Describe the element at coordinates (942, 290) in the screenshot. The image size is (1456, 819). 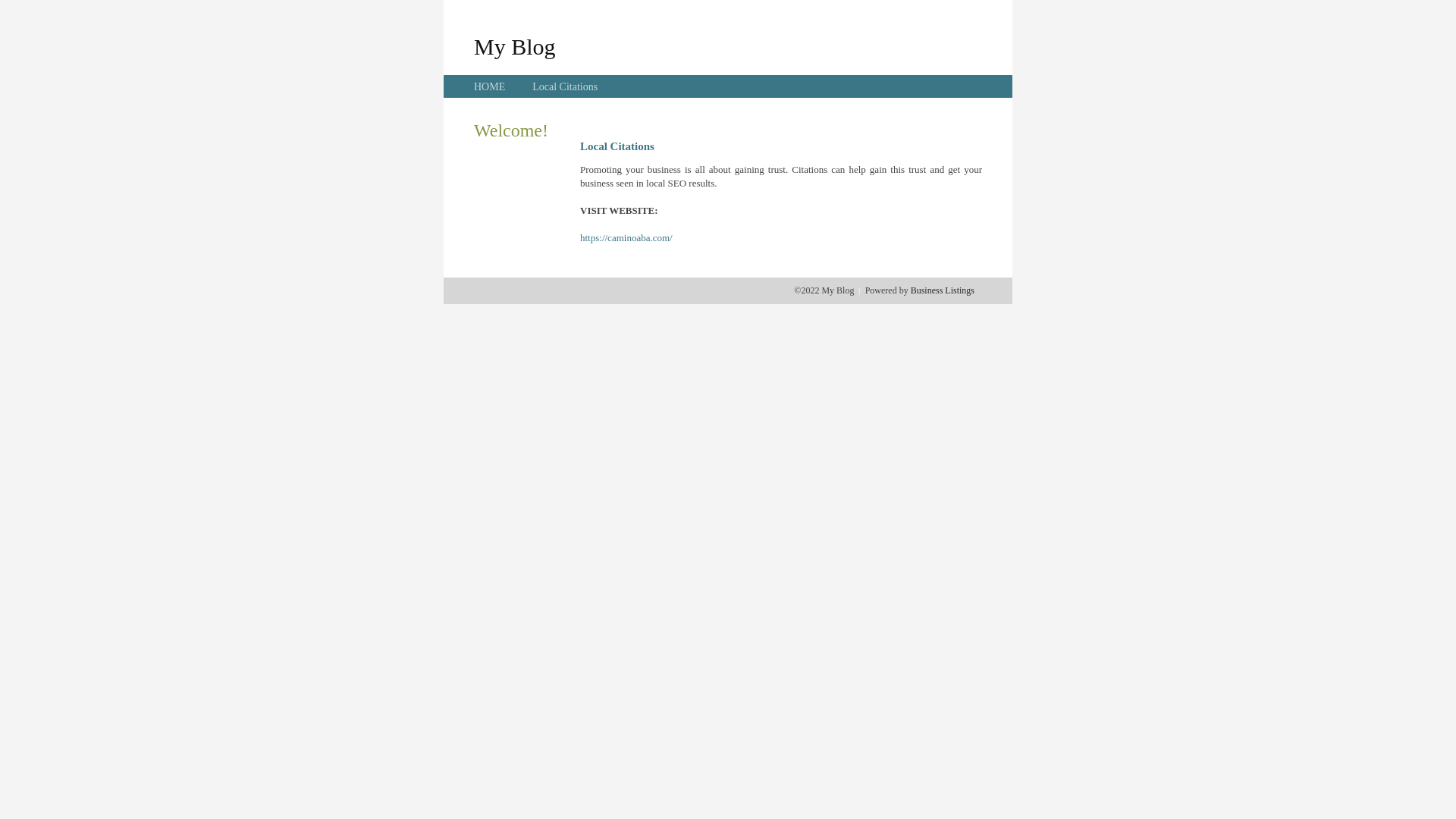
I see `'Business Listings'` at that location.